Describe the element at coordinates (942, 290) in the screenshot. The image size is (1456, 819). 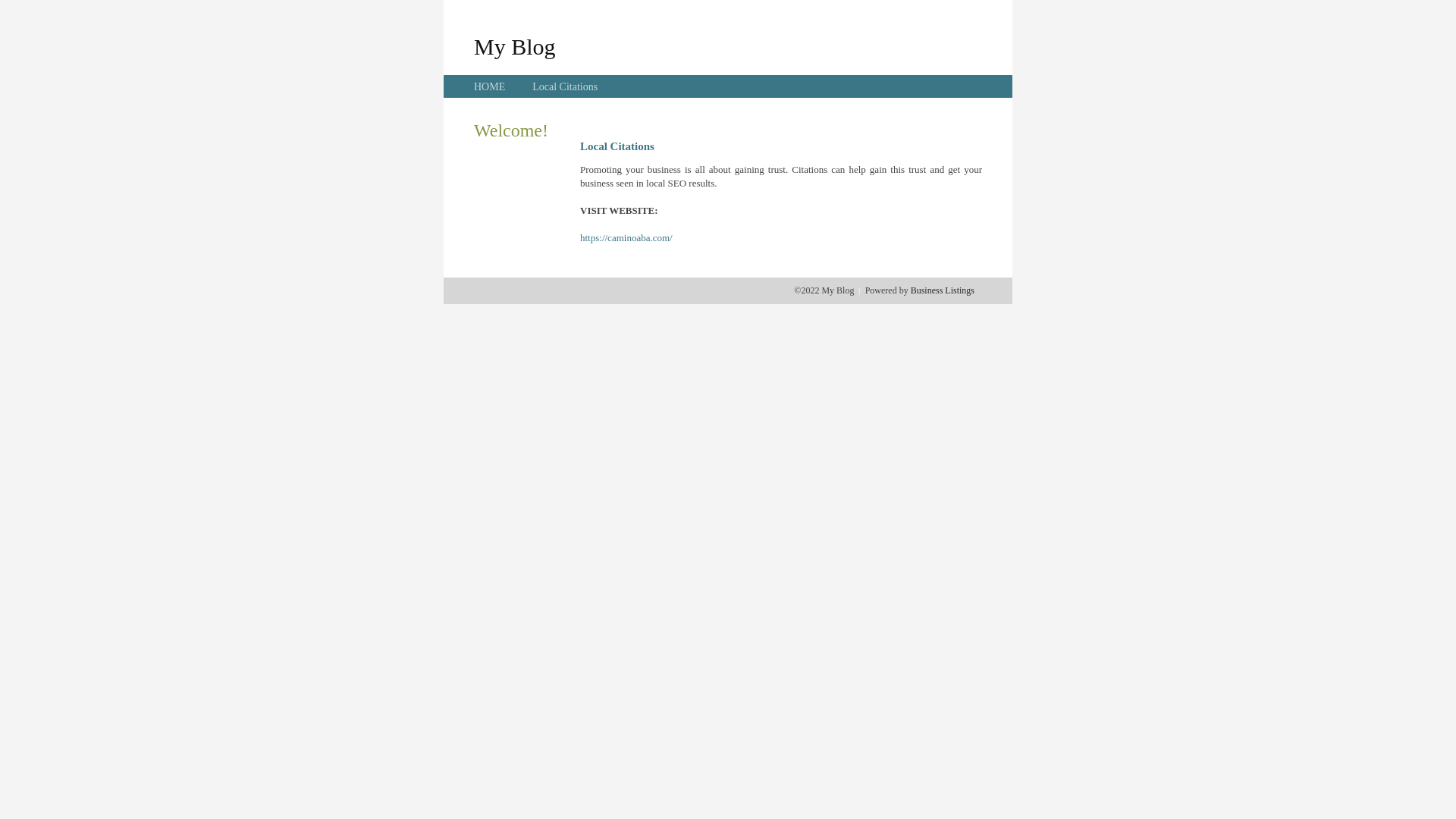
I see `'Business Listings'` at that location.